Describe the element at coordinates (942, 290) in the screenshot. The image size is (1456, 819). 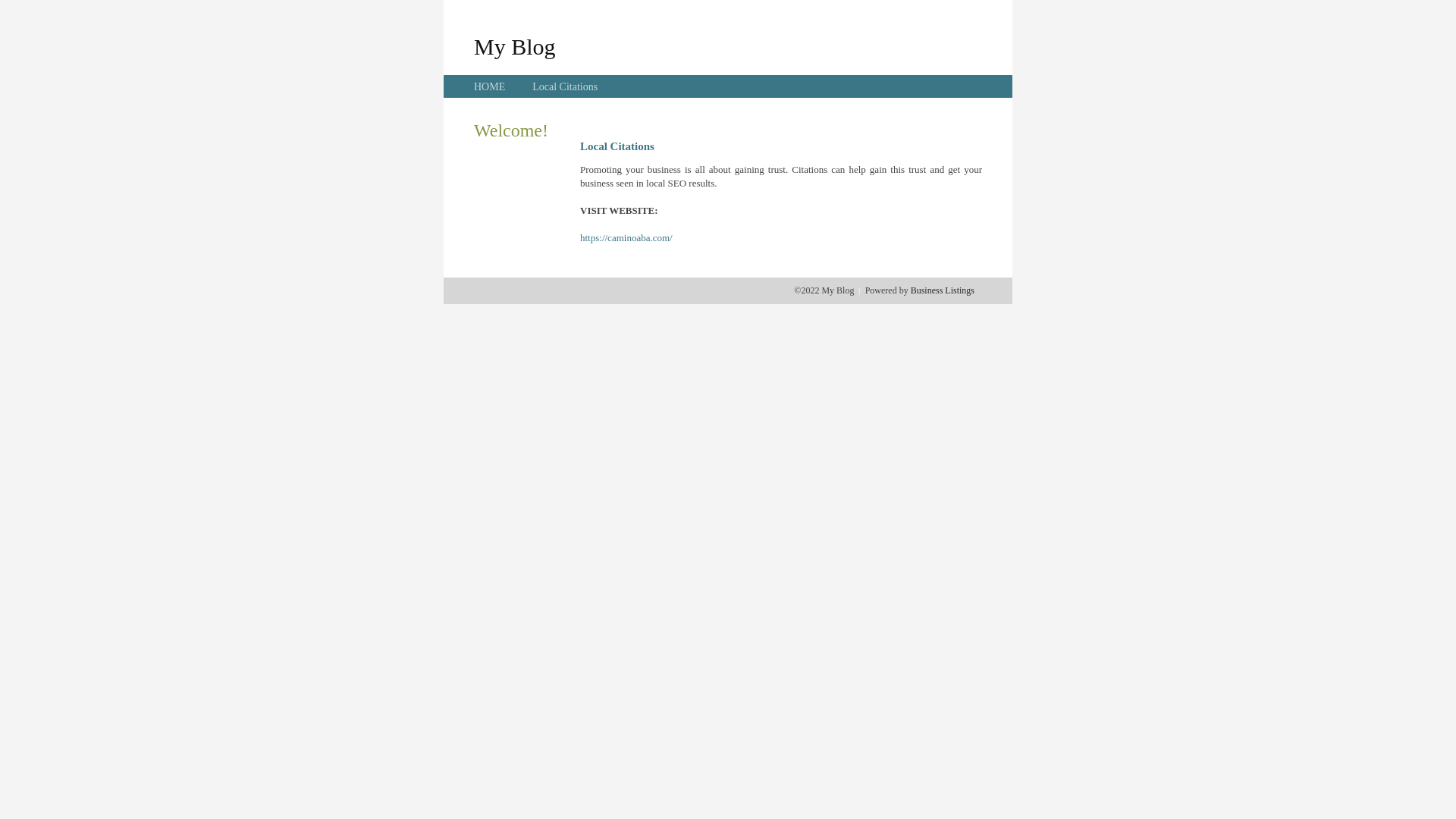
I see `'Business Listings'` at that location.